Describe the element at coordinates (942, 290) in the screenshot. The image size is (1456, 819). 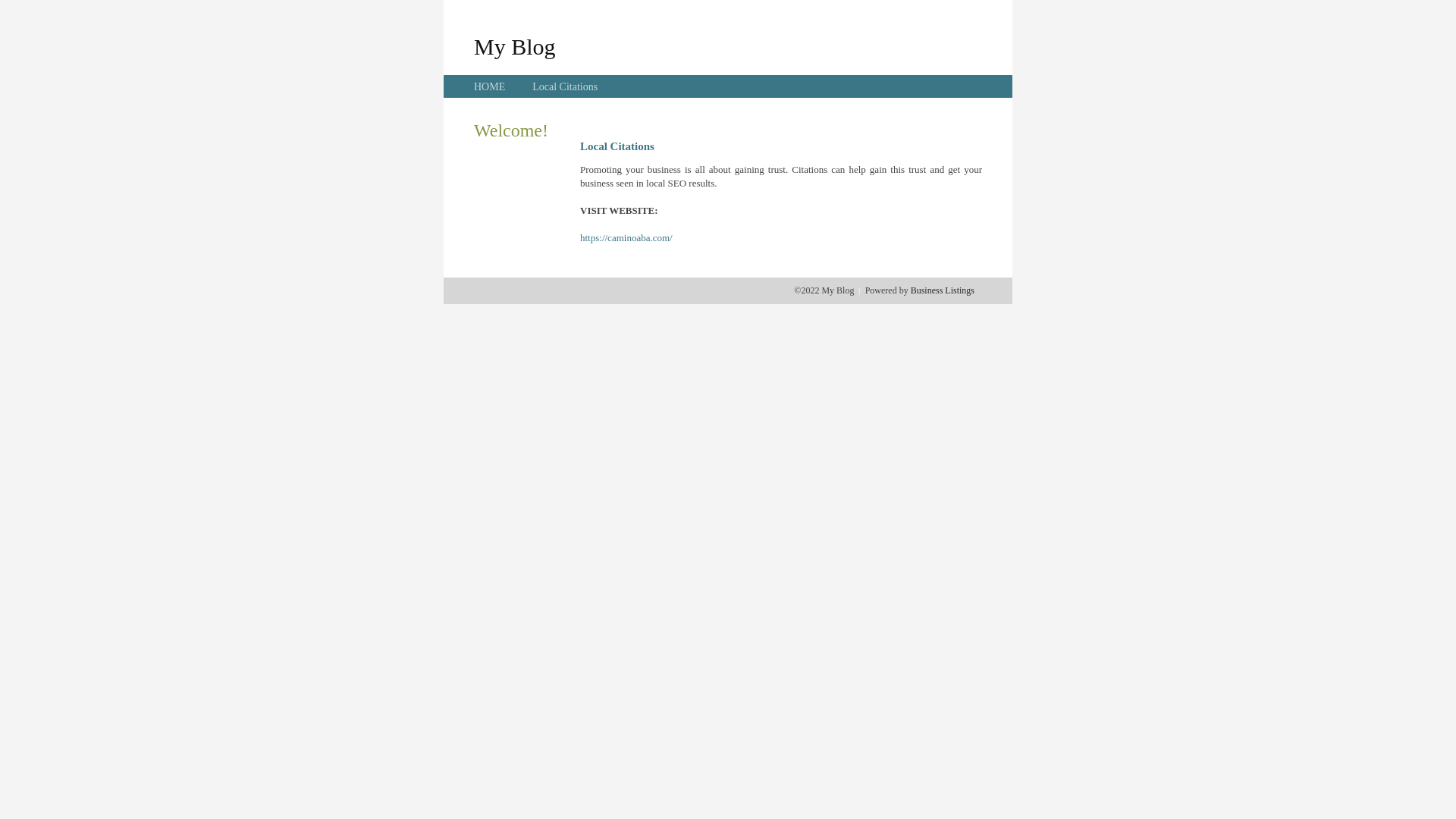
I see `'Business Listings'` at that location.